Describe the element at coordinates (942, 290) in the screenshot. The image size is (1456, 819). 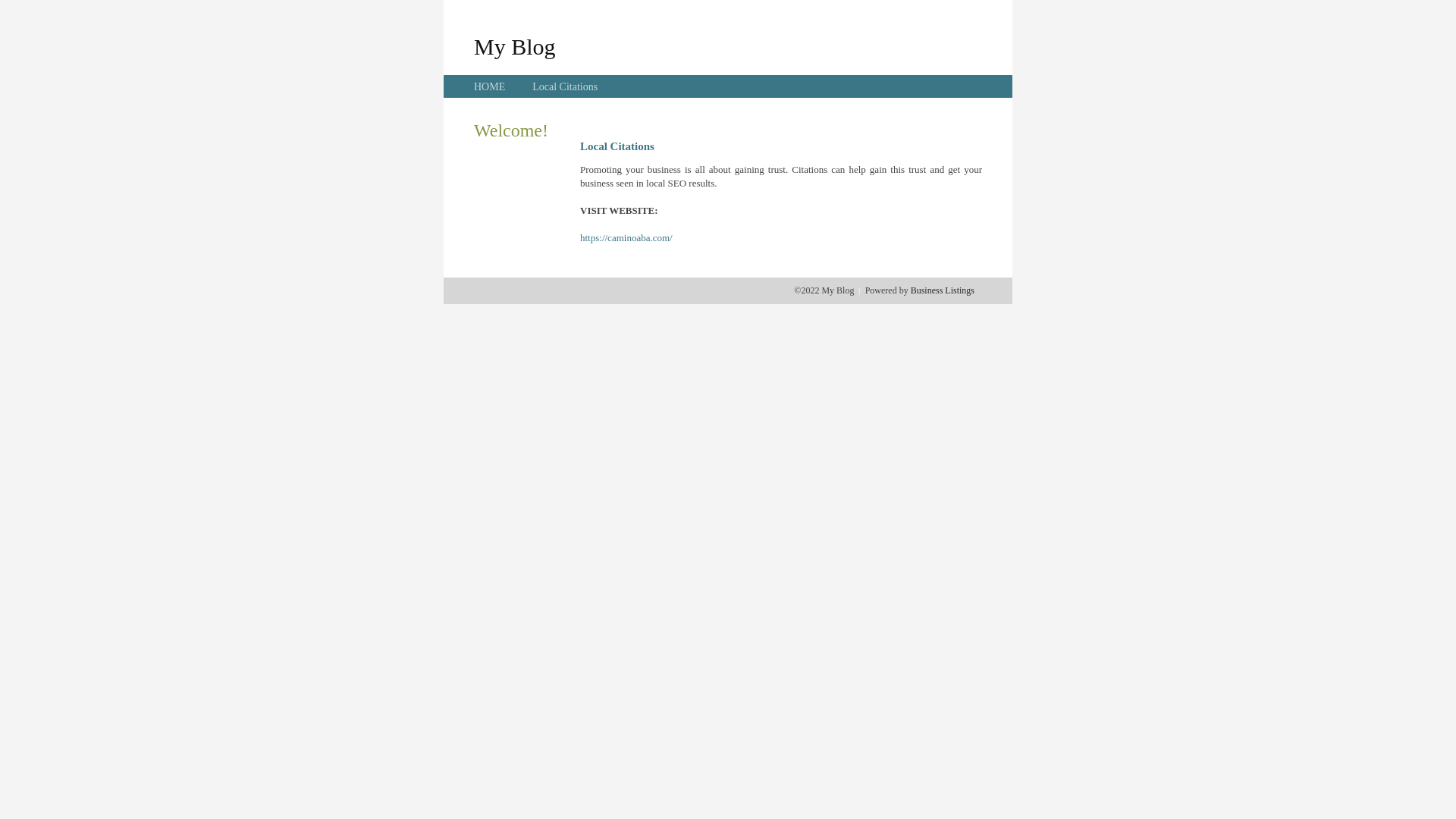
I see `'Business Listings'` at that location.